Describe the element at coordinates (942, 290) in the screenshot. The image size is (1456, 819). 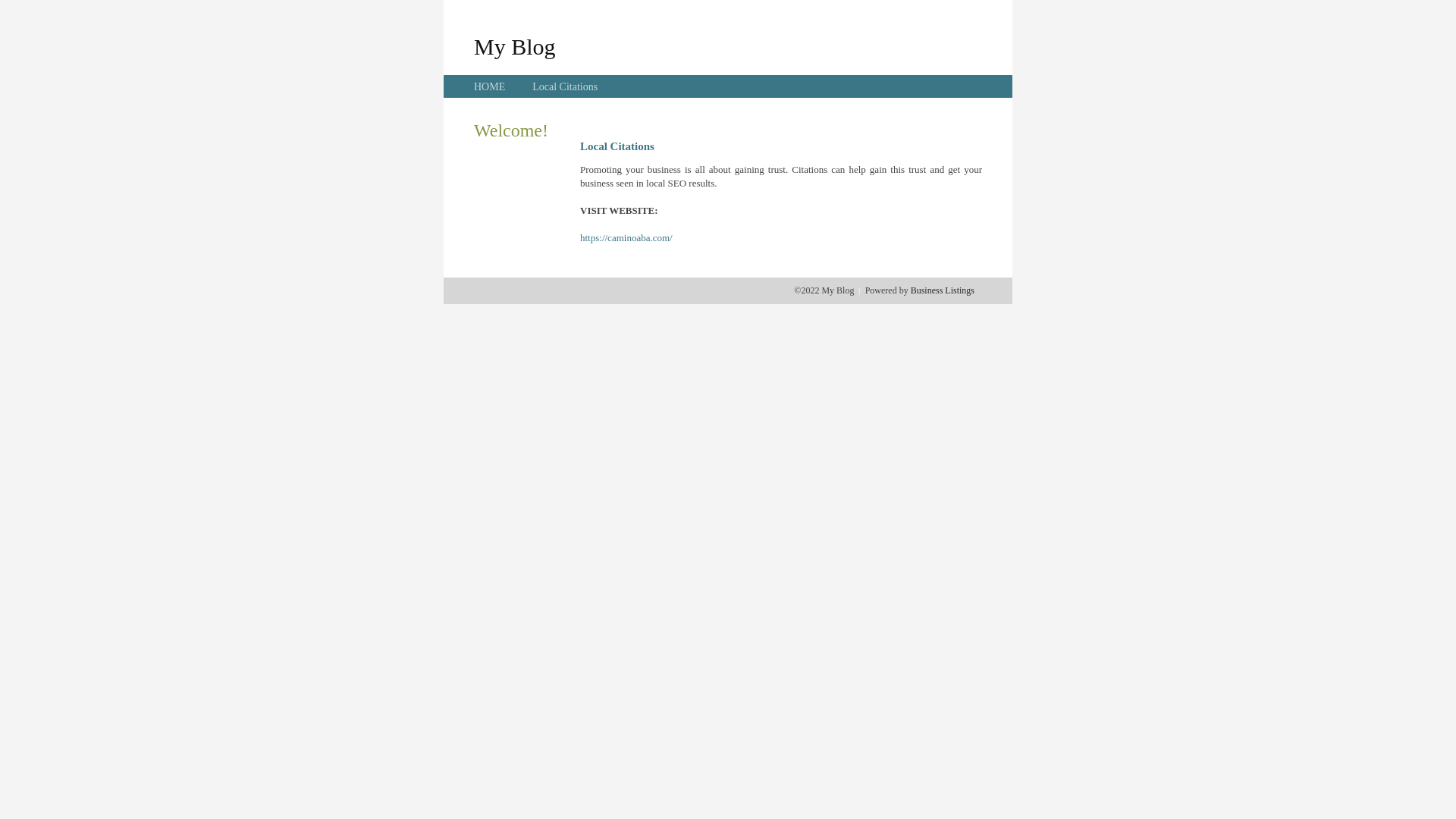
I see `'Business Listings'` at that location.